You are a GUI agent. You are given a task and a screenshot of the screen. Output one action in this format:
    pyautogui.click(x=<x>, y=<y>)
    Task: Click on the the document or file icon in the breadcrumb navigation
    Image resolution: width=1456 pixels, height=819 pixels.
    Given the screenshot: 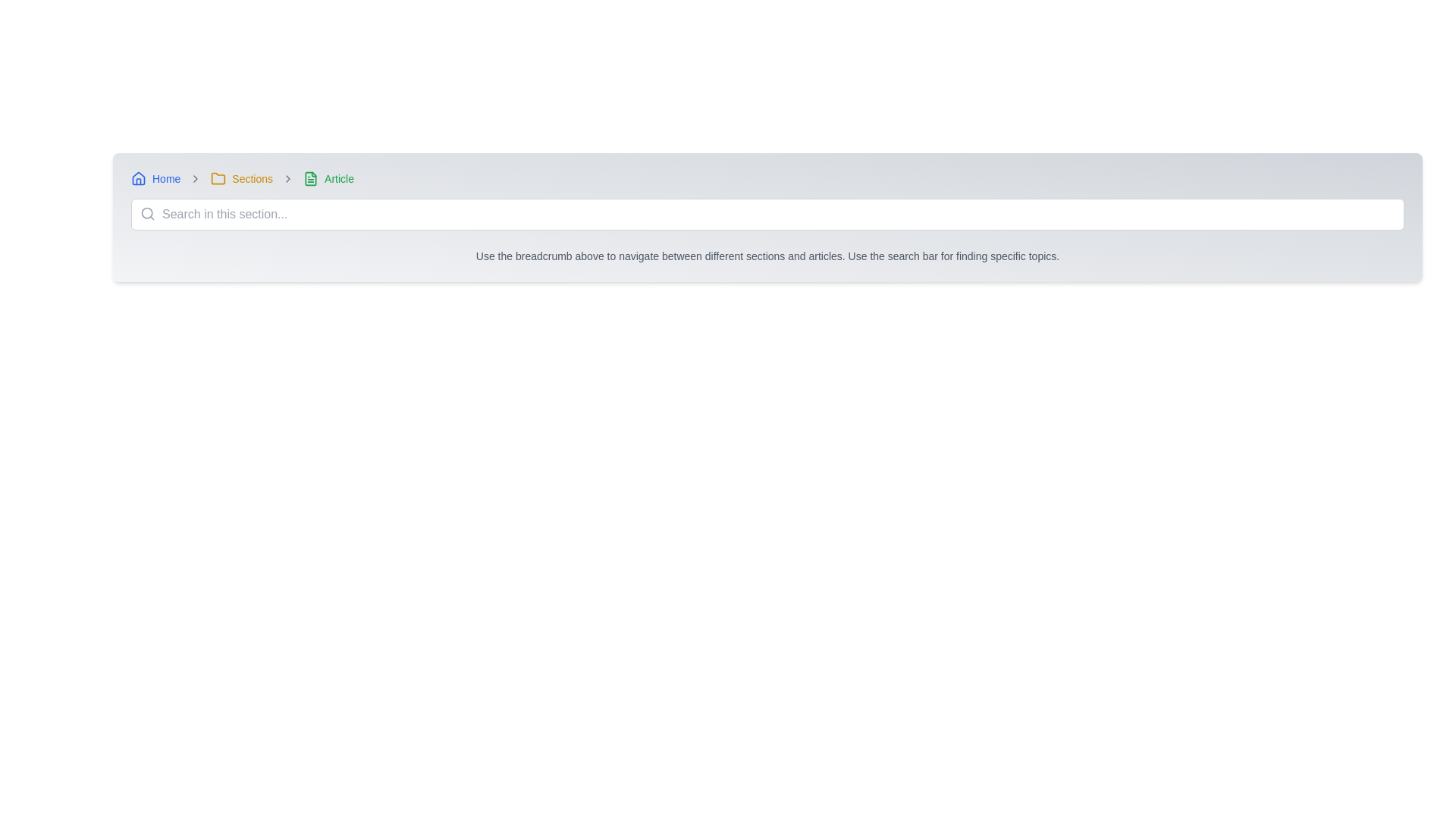 What is the action you would take?
    pyautogui.click(x=310, y=177)
    